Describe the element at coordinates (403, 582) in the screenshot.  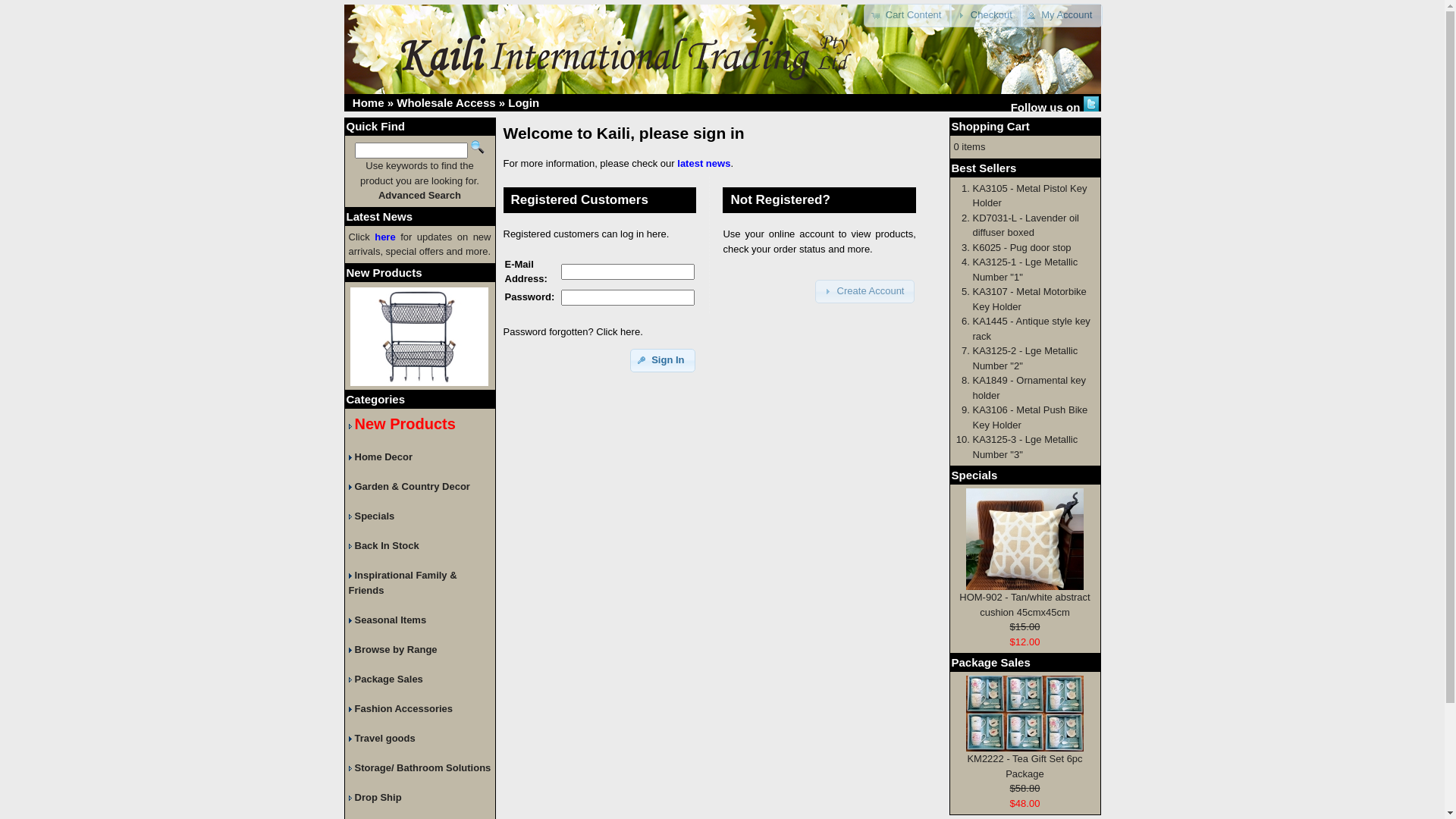
I see `'Inspirational Family & Friends'` at that location.